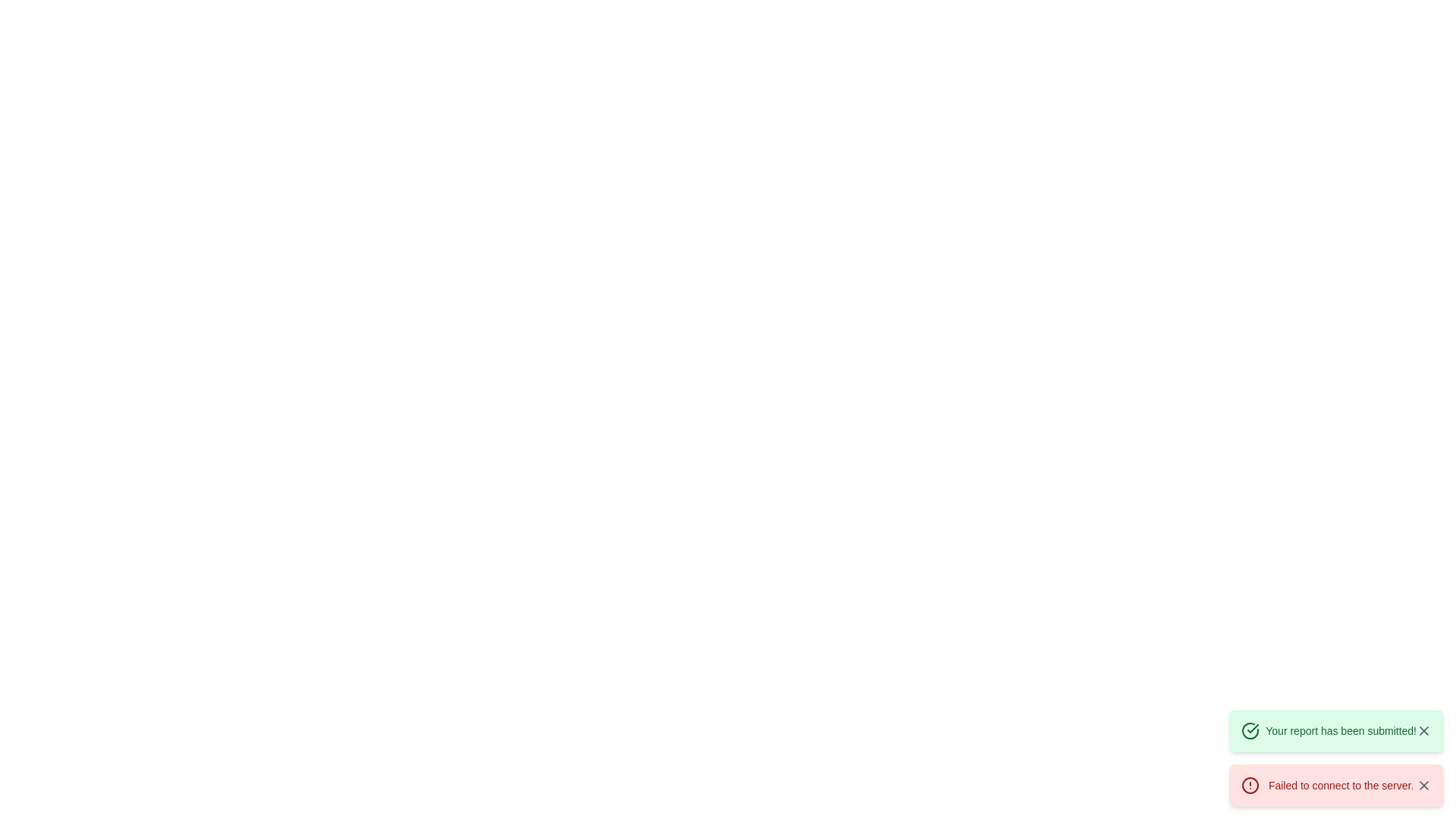  What do you see at coordinates (1335, 730) in the screenshot?
I see `the close icon on the green notification banner that reads 'Your report has been submitted!'` at bounding box center [1335, 730].